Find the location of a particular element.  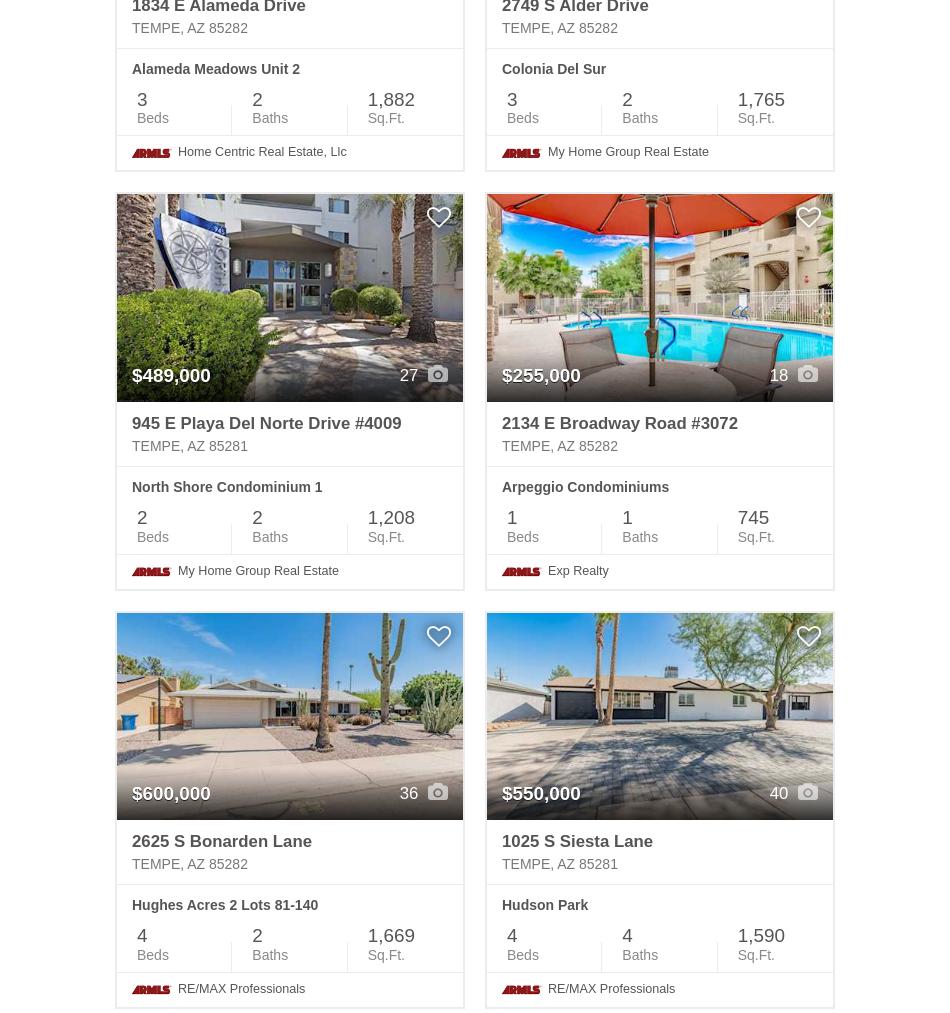

'Exp Realty' is located at coordinates (577, 570).